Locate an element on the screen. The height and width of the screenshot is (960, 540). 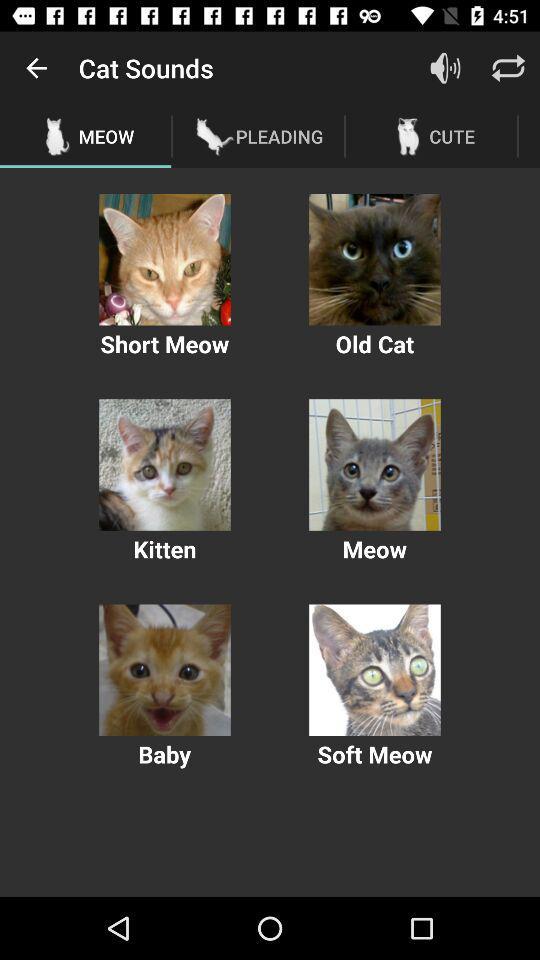
shift option is located at coordinates (508, 68).